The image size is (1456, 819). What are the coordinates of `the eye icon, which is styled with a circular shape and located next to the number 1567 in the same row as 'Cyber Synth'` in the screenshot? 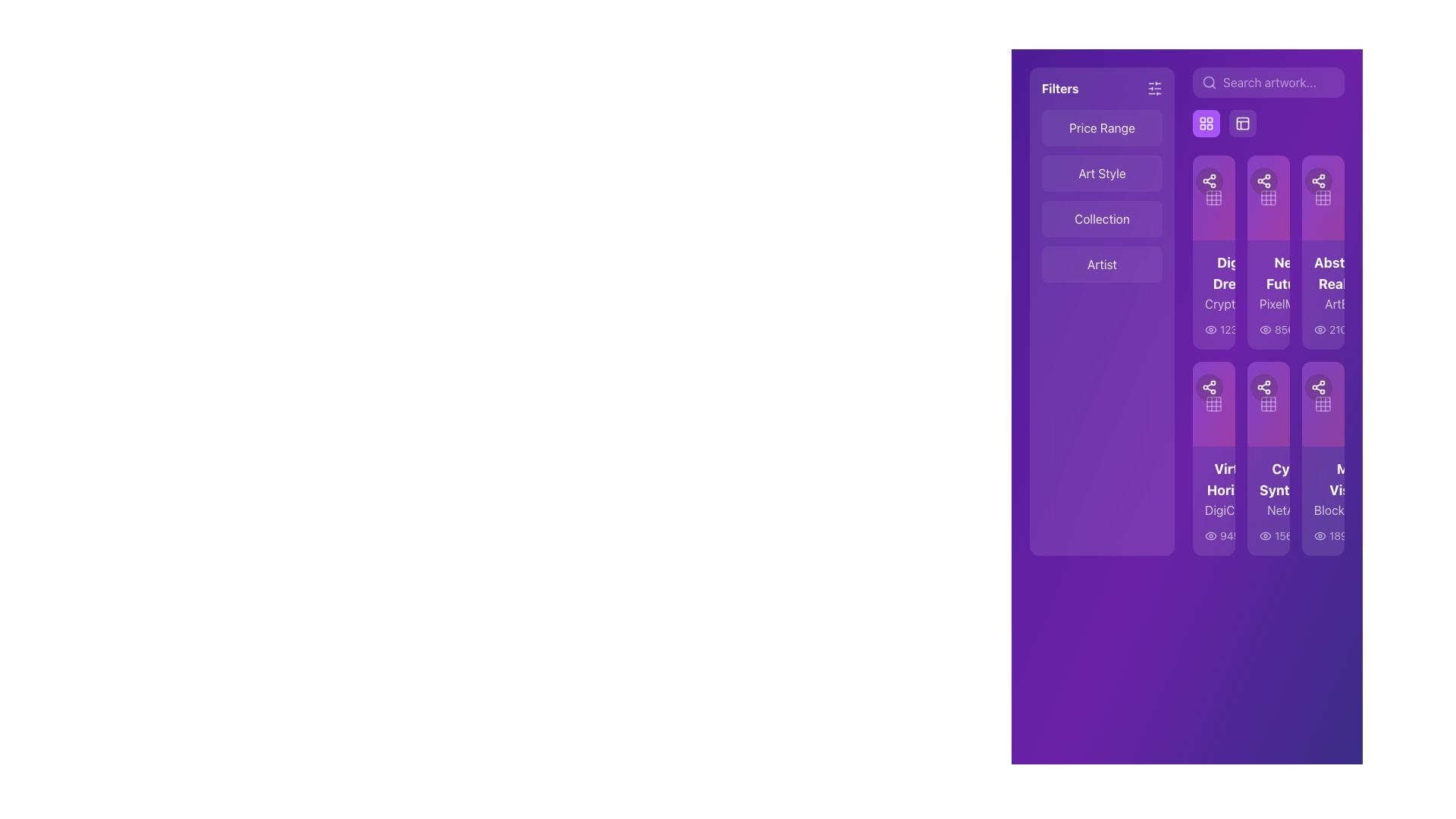 It's located at (1266, 535).